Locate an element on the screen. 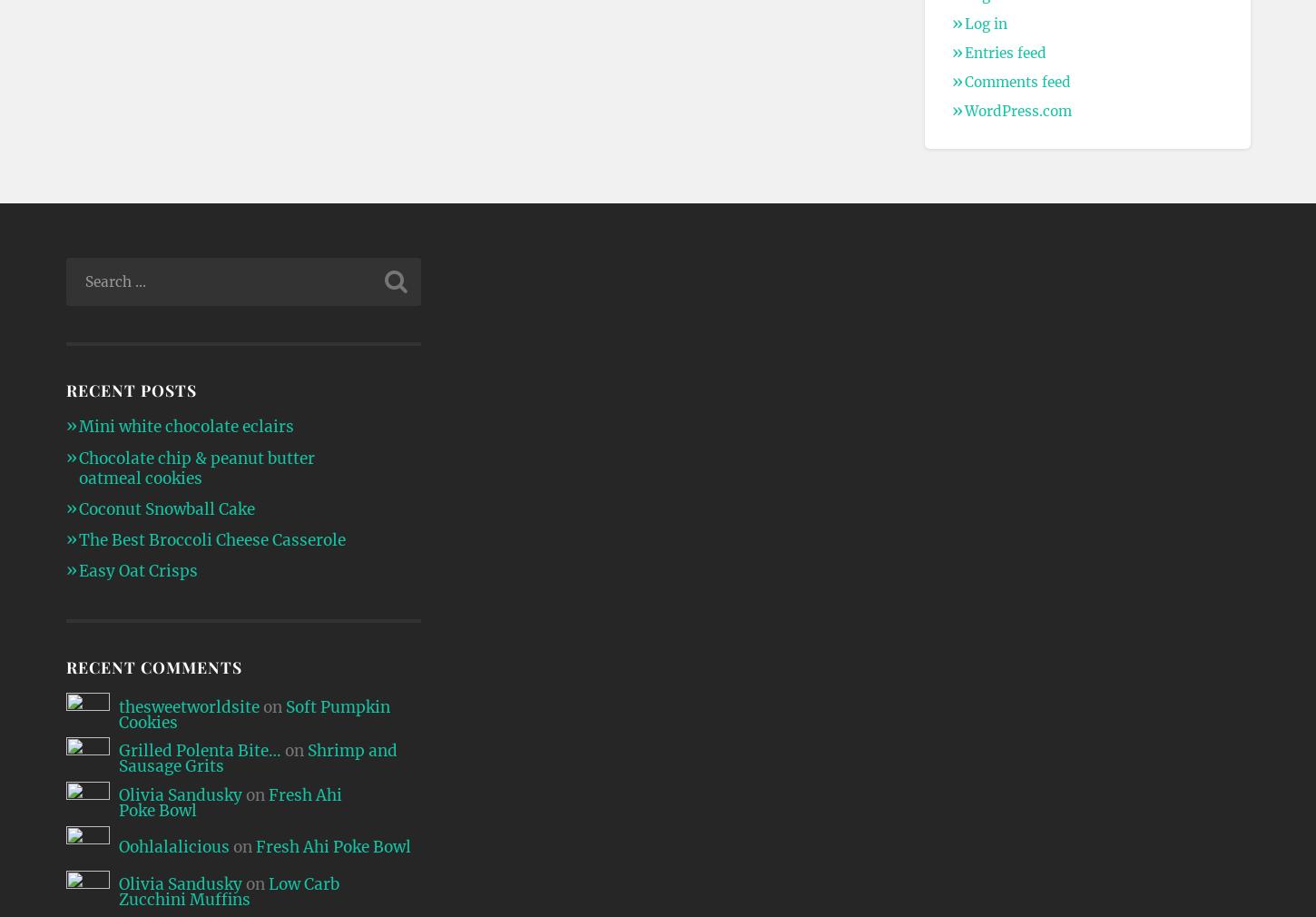 This screenshot has width=1316, height=917. 'Recent Posts' is located at coordinates (129, 389).